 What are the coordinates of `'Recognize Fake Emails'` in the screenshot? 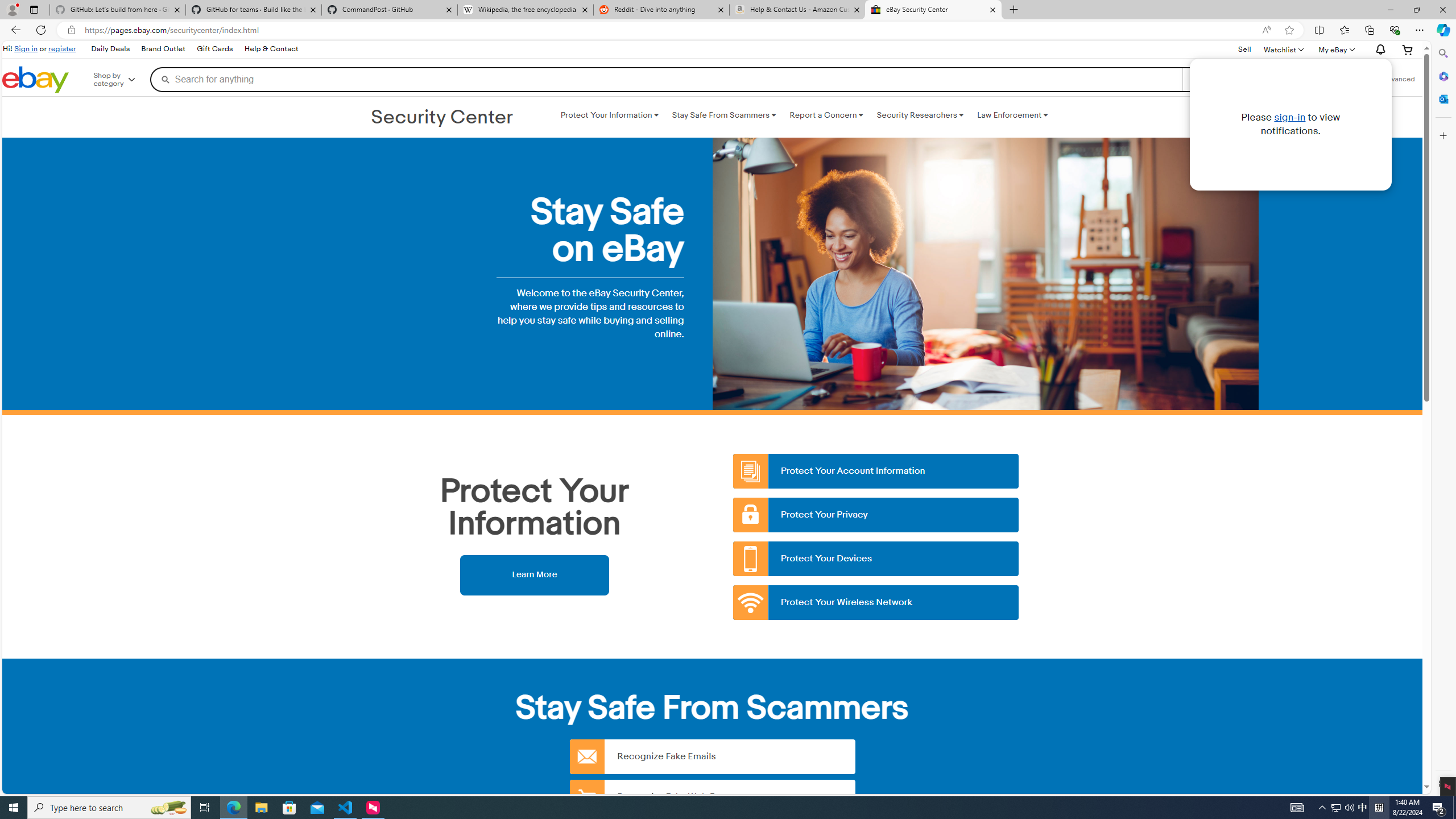 It's located at (712, 756).